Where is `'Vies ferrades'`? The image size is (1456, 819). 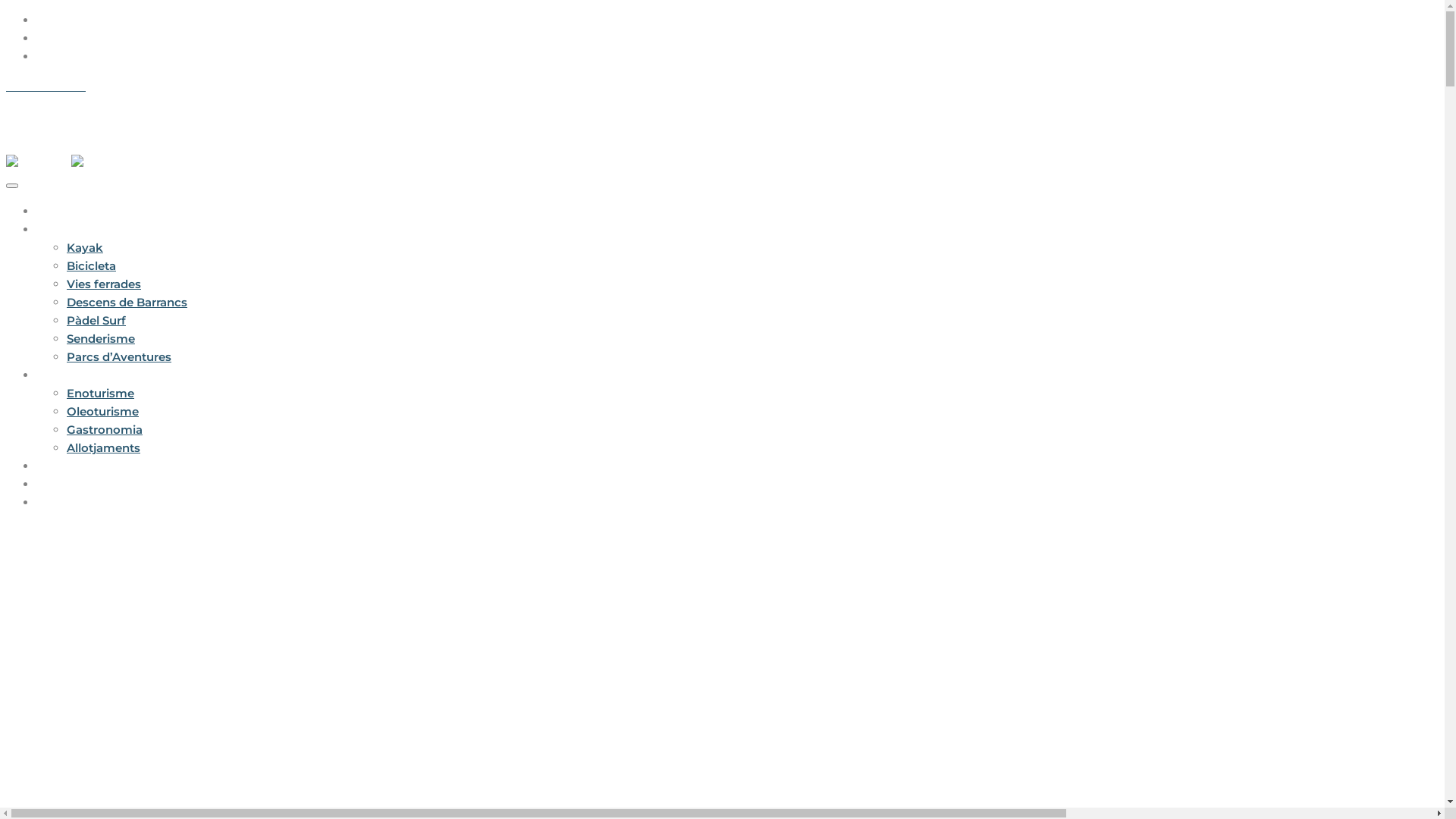
'Vies ferrades' is located at coordinates (103, 284).